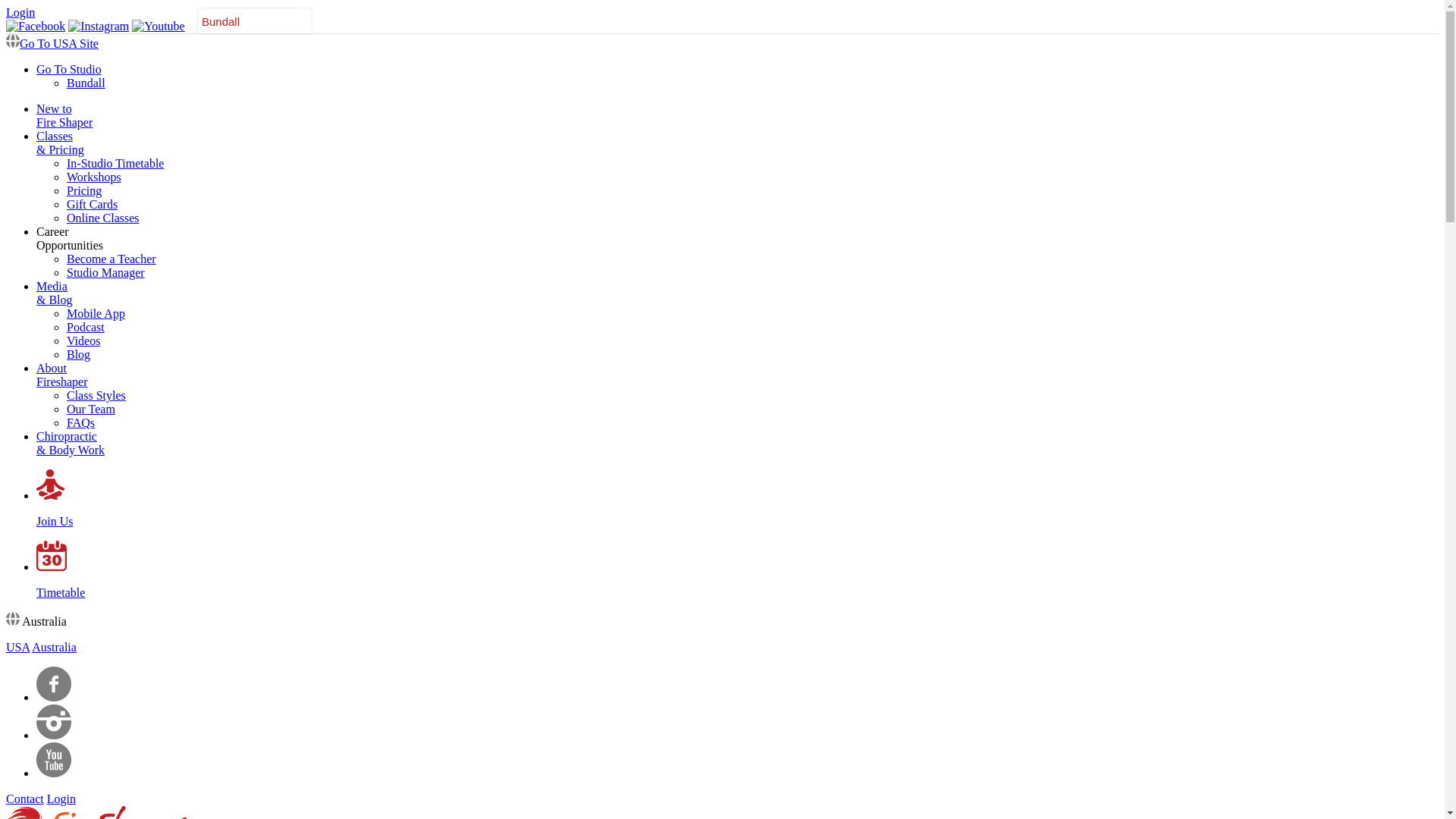 This screenshot has height=819, width=1456. Describe the element at coordinates (85, 83) in the screenshot. I see `'Bundall'` at that location.